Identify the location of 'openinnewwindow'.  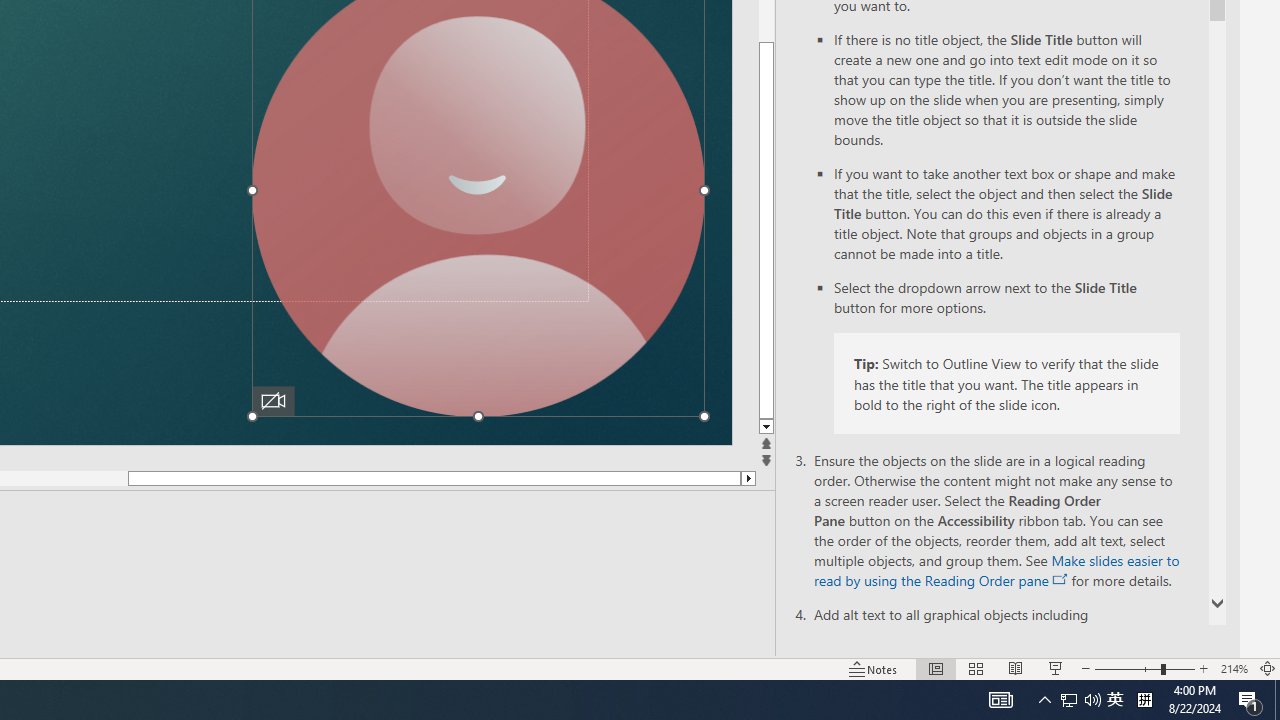
(1059, 579).